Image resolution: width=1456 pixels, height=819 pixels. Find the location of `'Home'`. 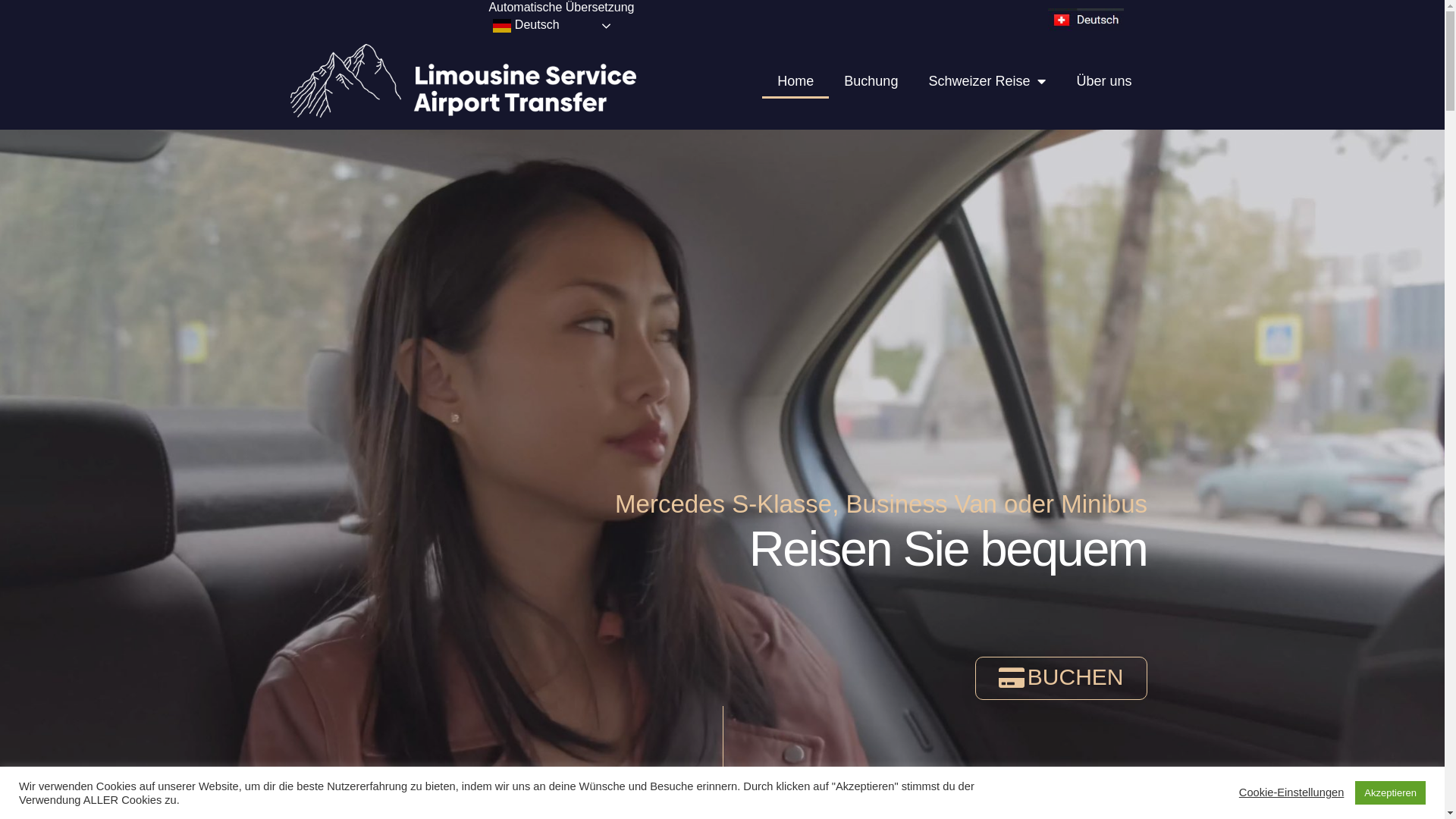

'Home' is located at coordinates (795, 81).